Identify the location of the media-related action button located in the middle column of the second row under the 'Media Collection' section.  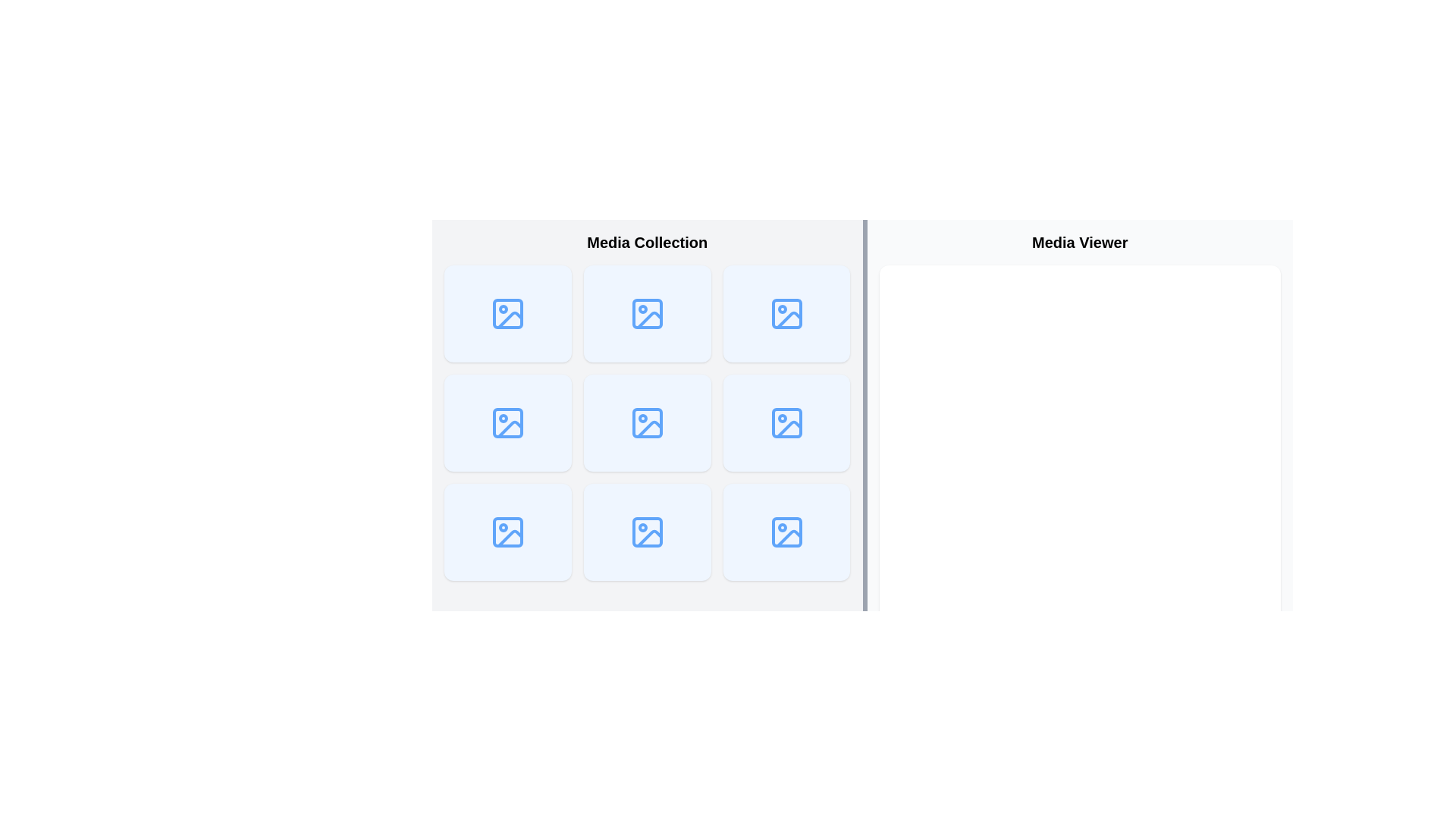
(647, 423).